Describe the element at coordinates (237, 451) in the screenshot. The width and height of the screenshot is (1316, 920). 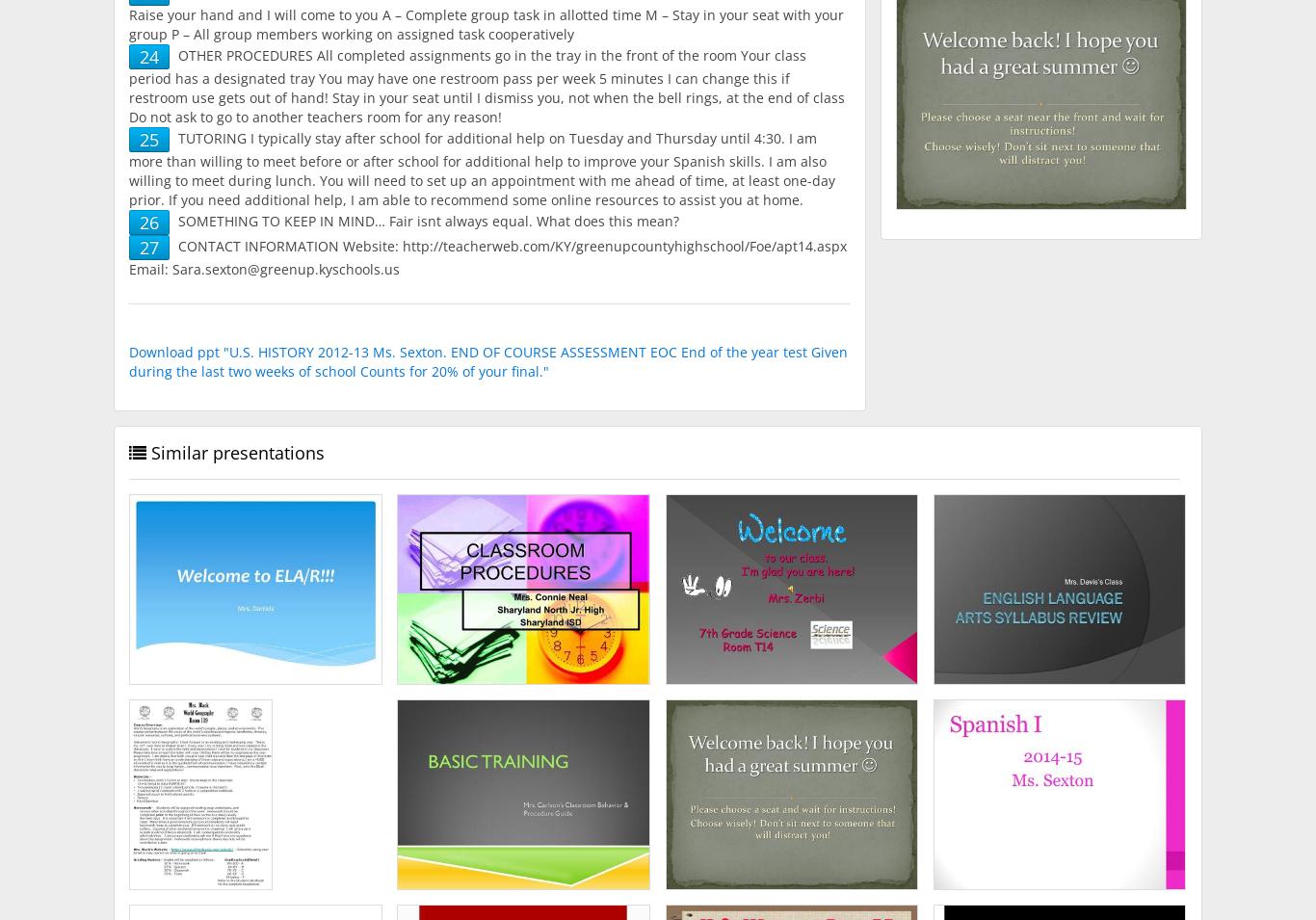
I see `'Similar presentations'` at that location.